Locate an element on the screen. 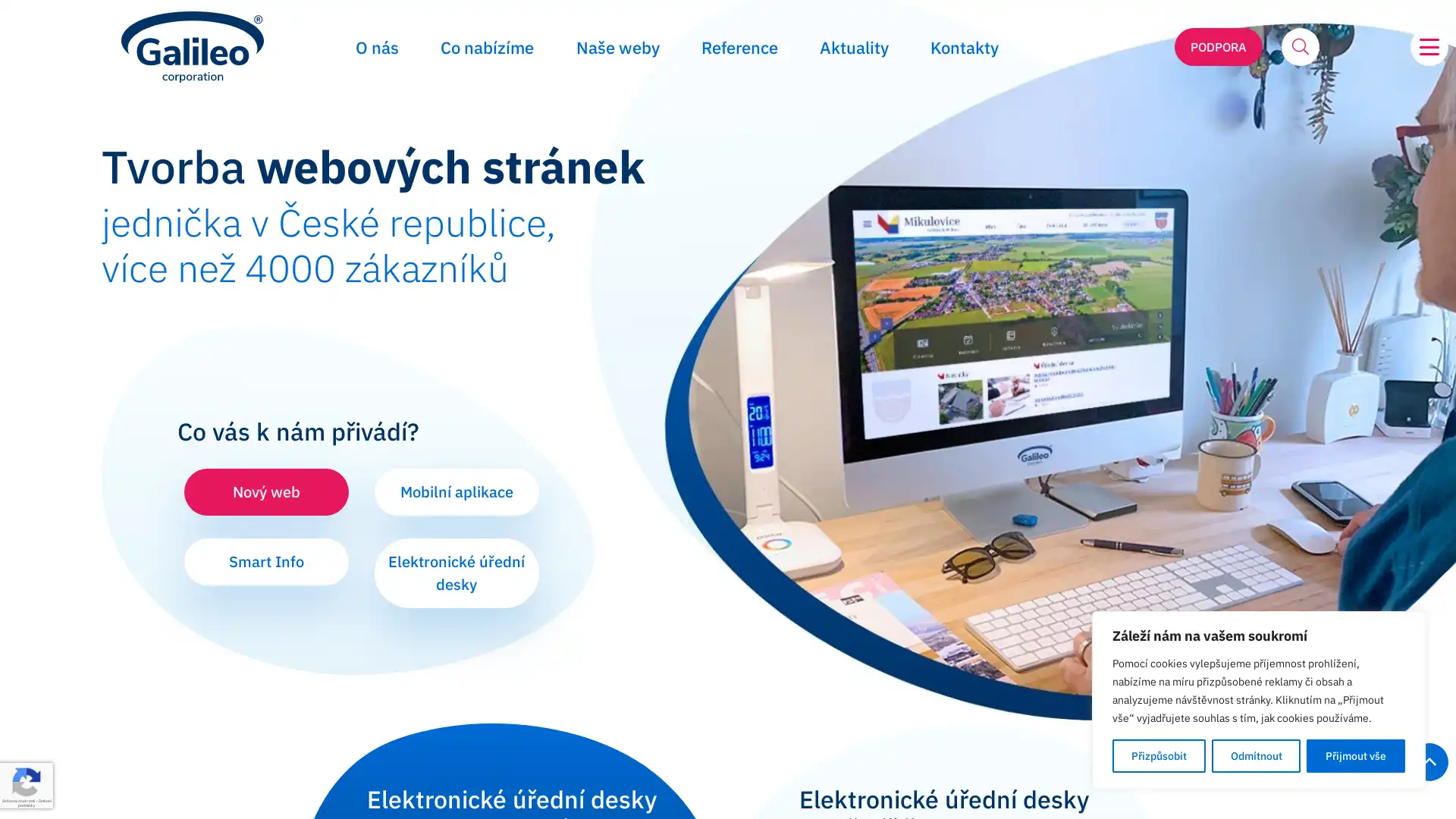  Prizpusobit is located at coordinates (1157, 755).